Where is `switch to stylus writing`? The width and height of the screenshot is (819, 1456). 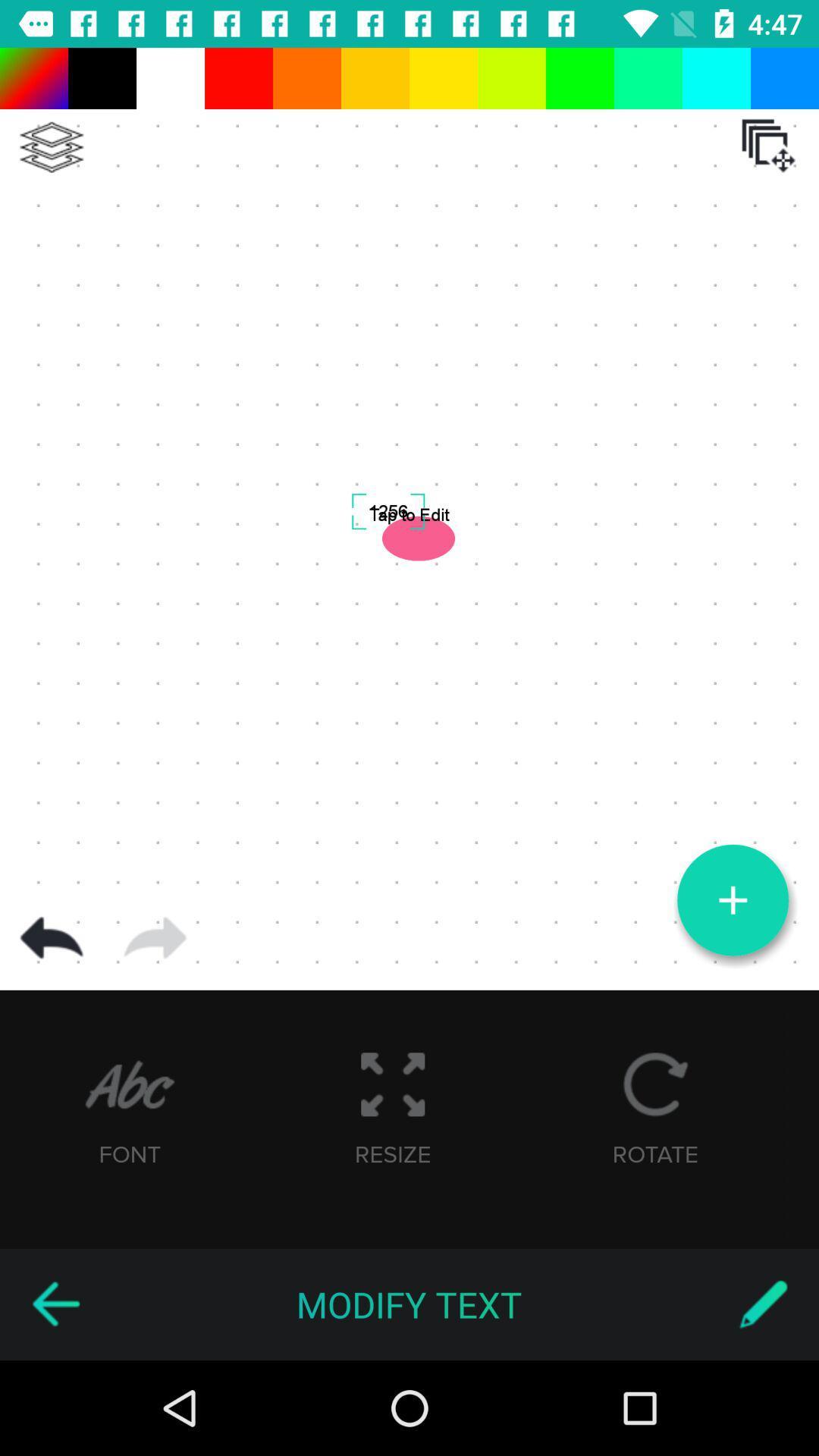 switch to stylus writing is located at coordinates (763, 1304).